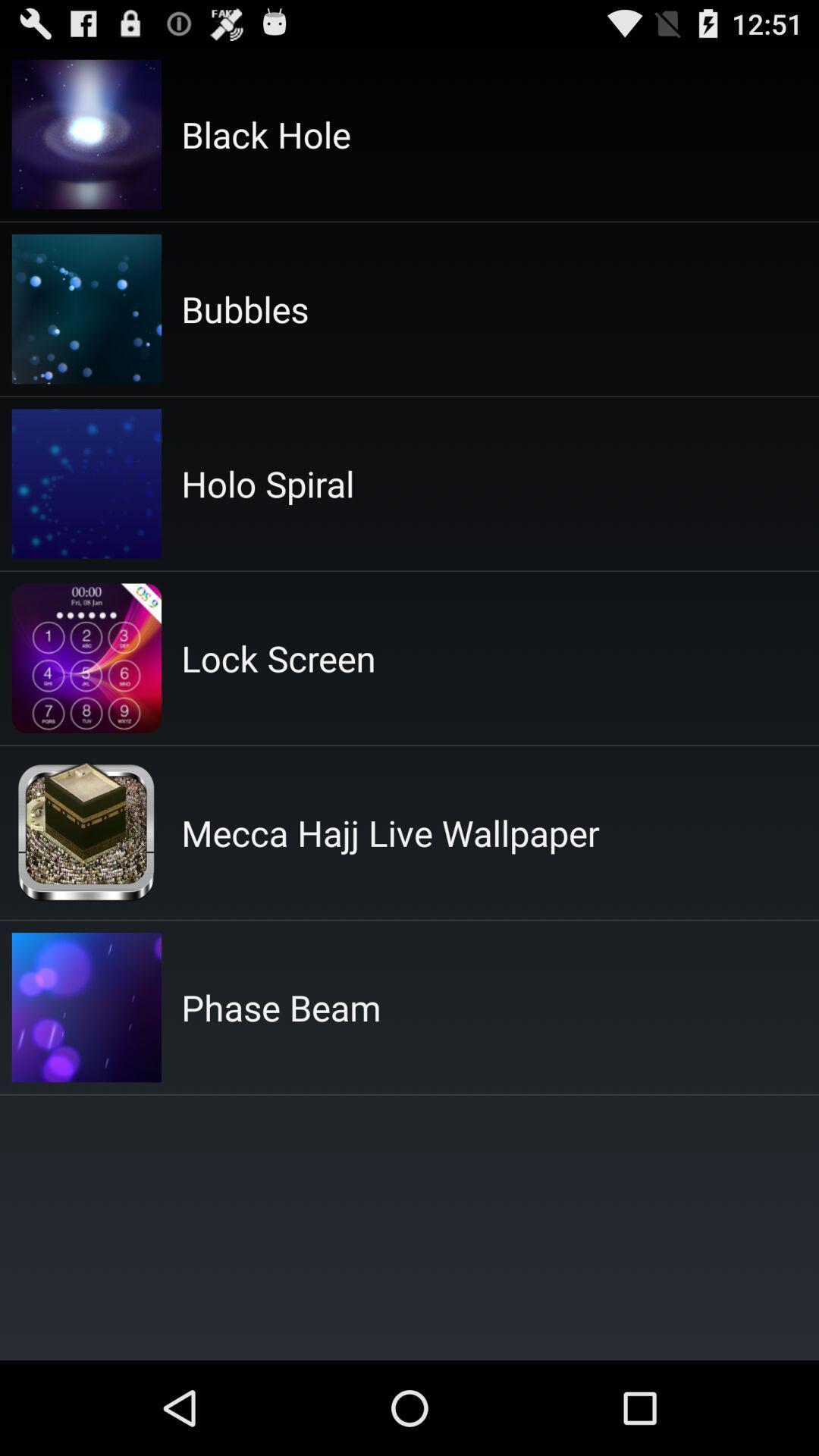 The width and height of the screenshot is (819, 1456). Describe the element at coordinates (389, 832) in the screenshot. I see `item above the phase beam app` at that location.